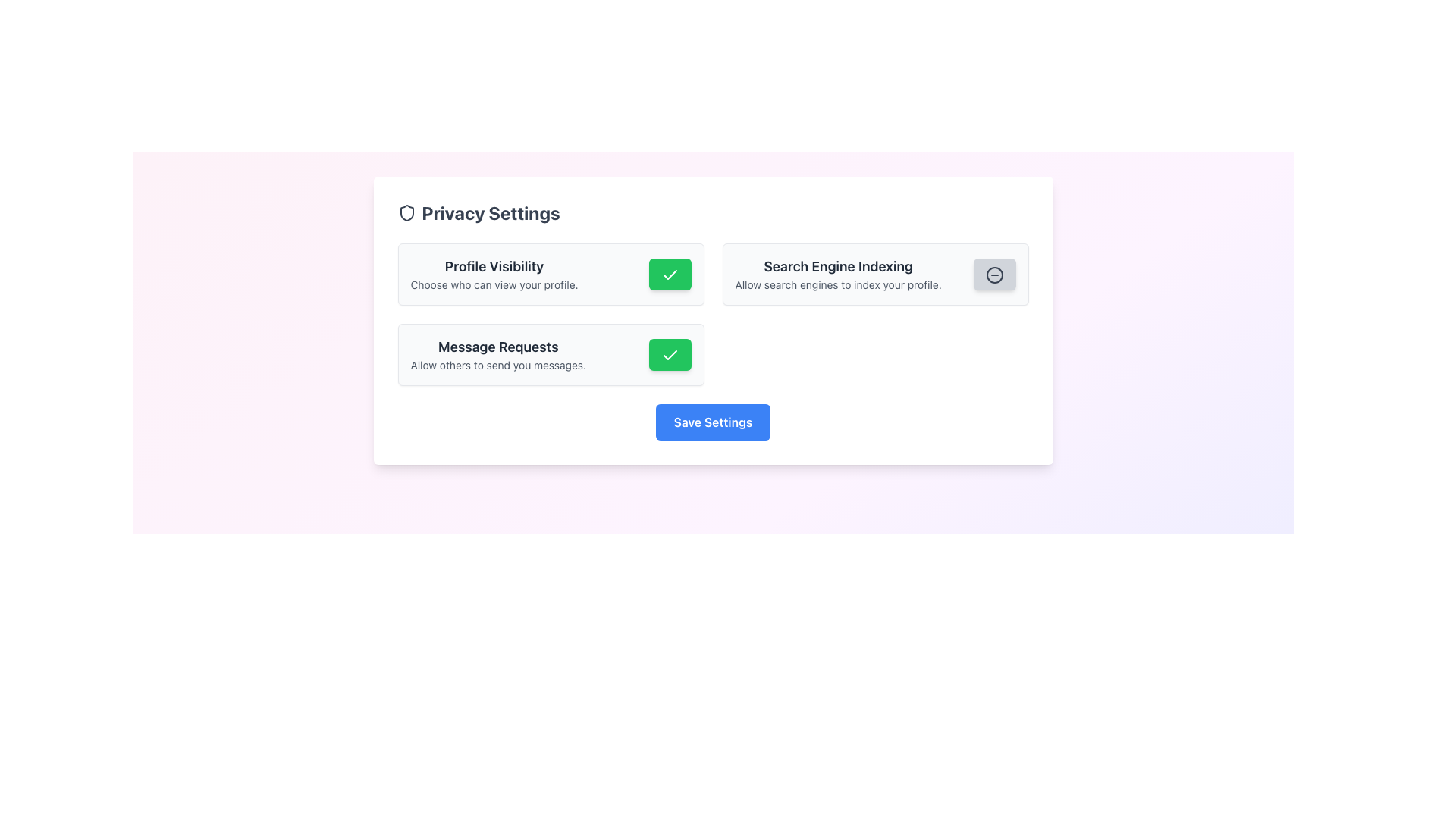  I want to click on the descriptive text label located underneath 'Message Requests' in the privacy settings options, so click(498, 366).